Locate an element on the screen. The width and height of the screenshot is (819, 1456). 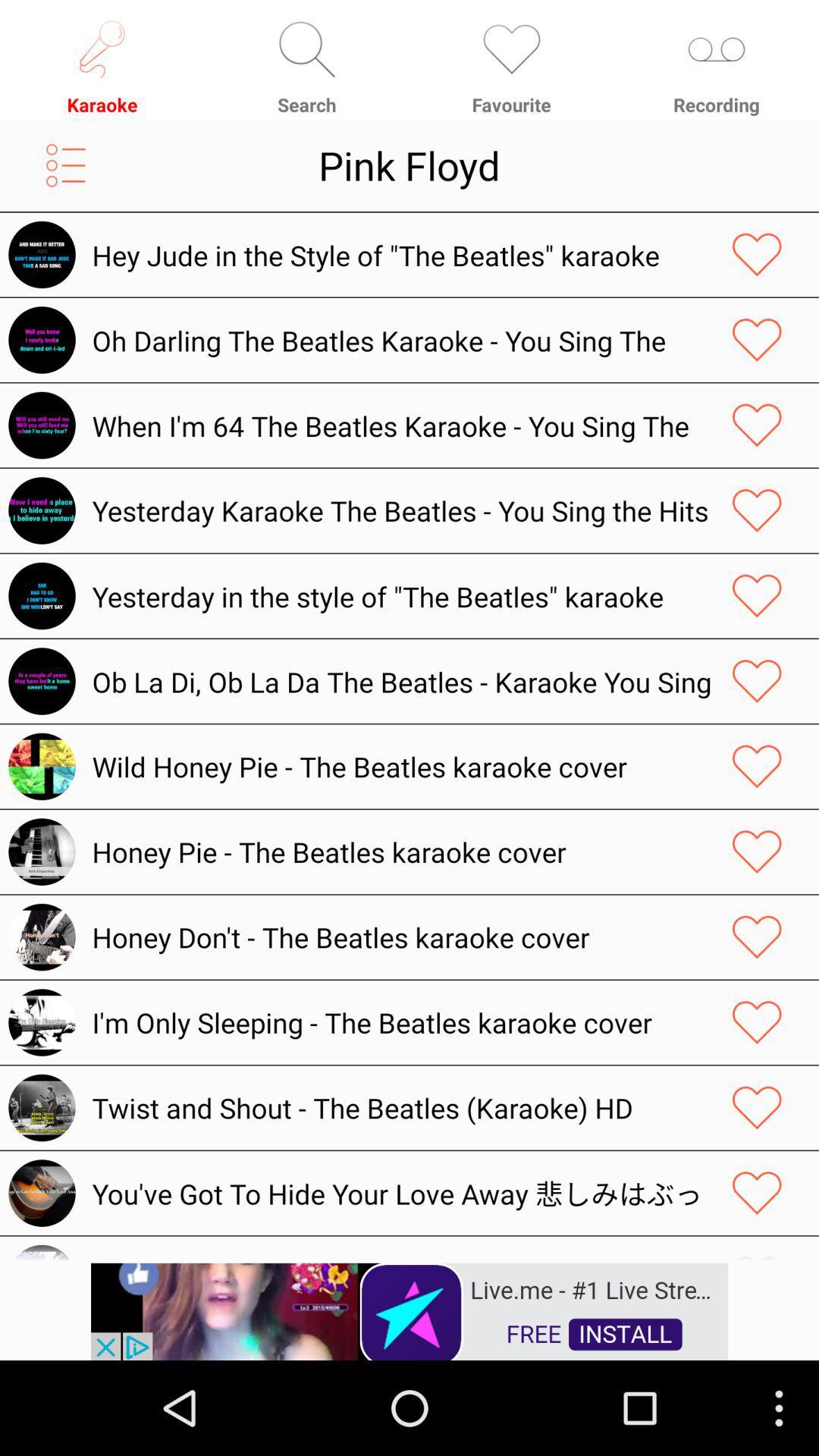
article is located at coordinates (757, 1022).